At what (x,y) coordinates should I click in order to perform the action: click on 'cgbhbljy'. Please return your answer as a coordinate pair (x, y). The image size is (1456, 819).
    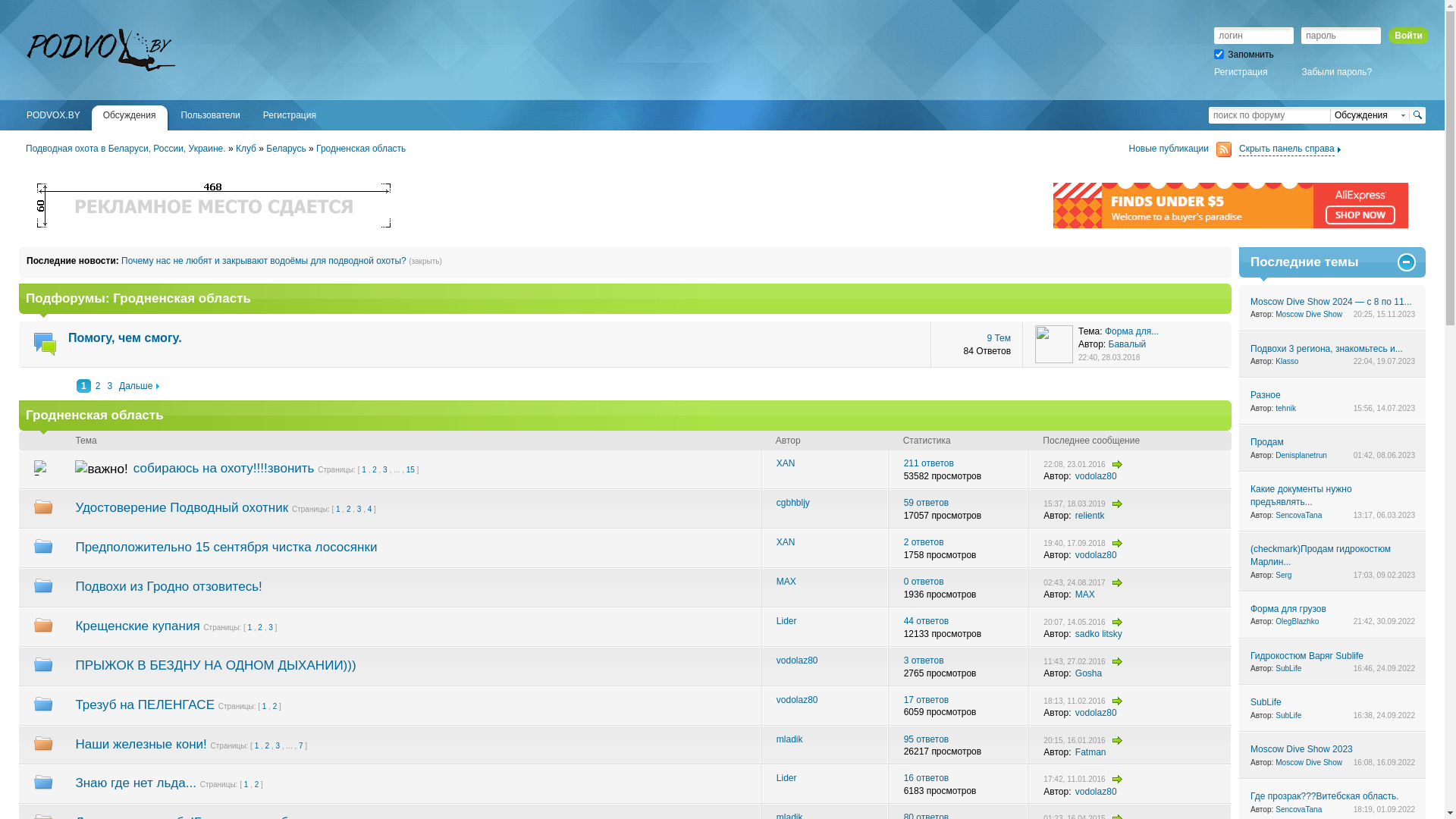
    Looking at the image, I should click on (776, 503).